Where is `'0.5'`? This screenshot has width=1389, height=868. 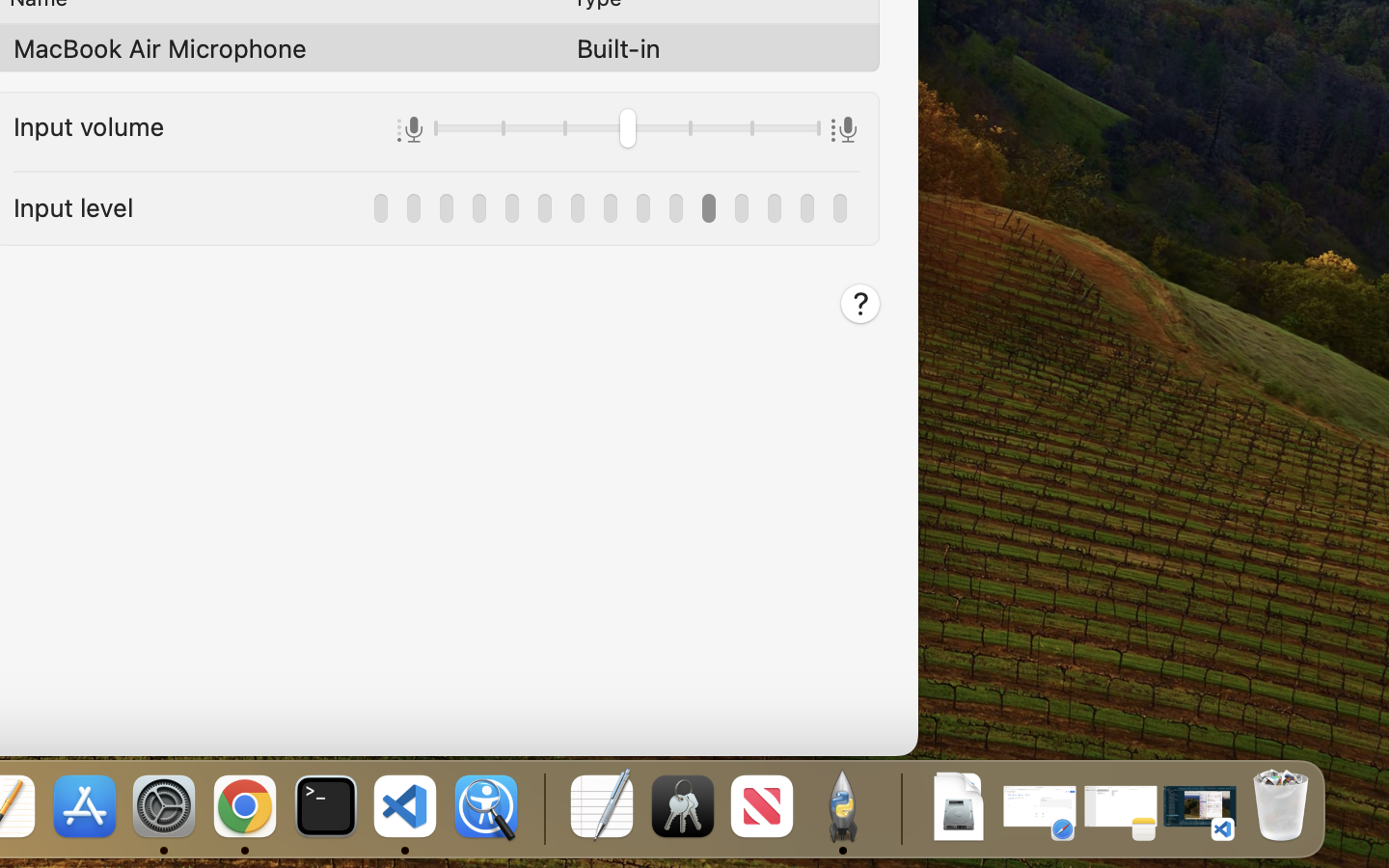
'0.5' is located at coordinates (626, 130).